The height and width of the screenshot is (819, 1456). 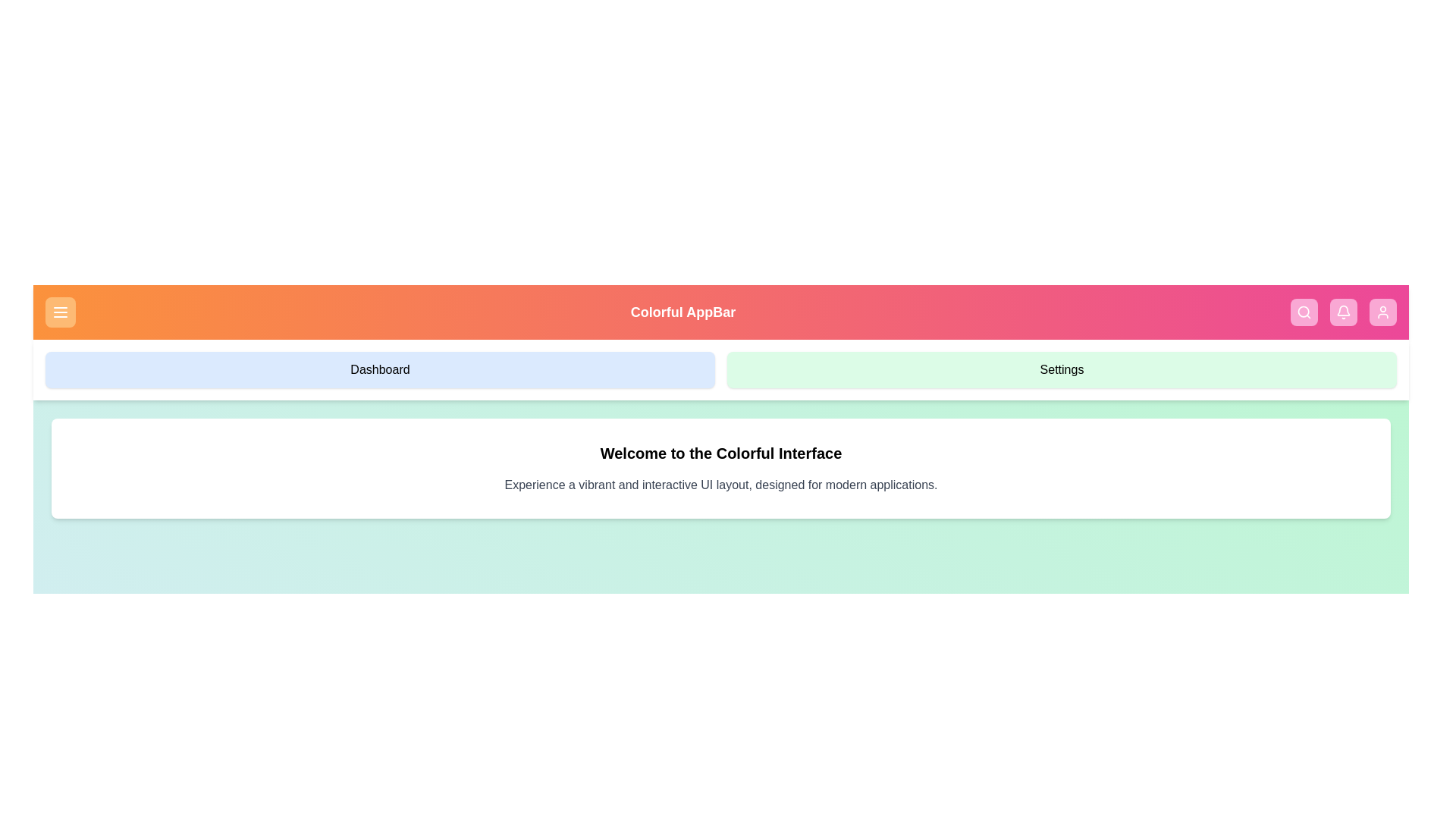 I want to click on search button in the header, so click(x=1303, y=312).